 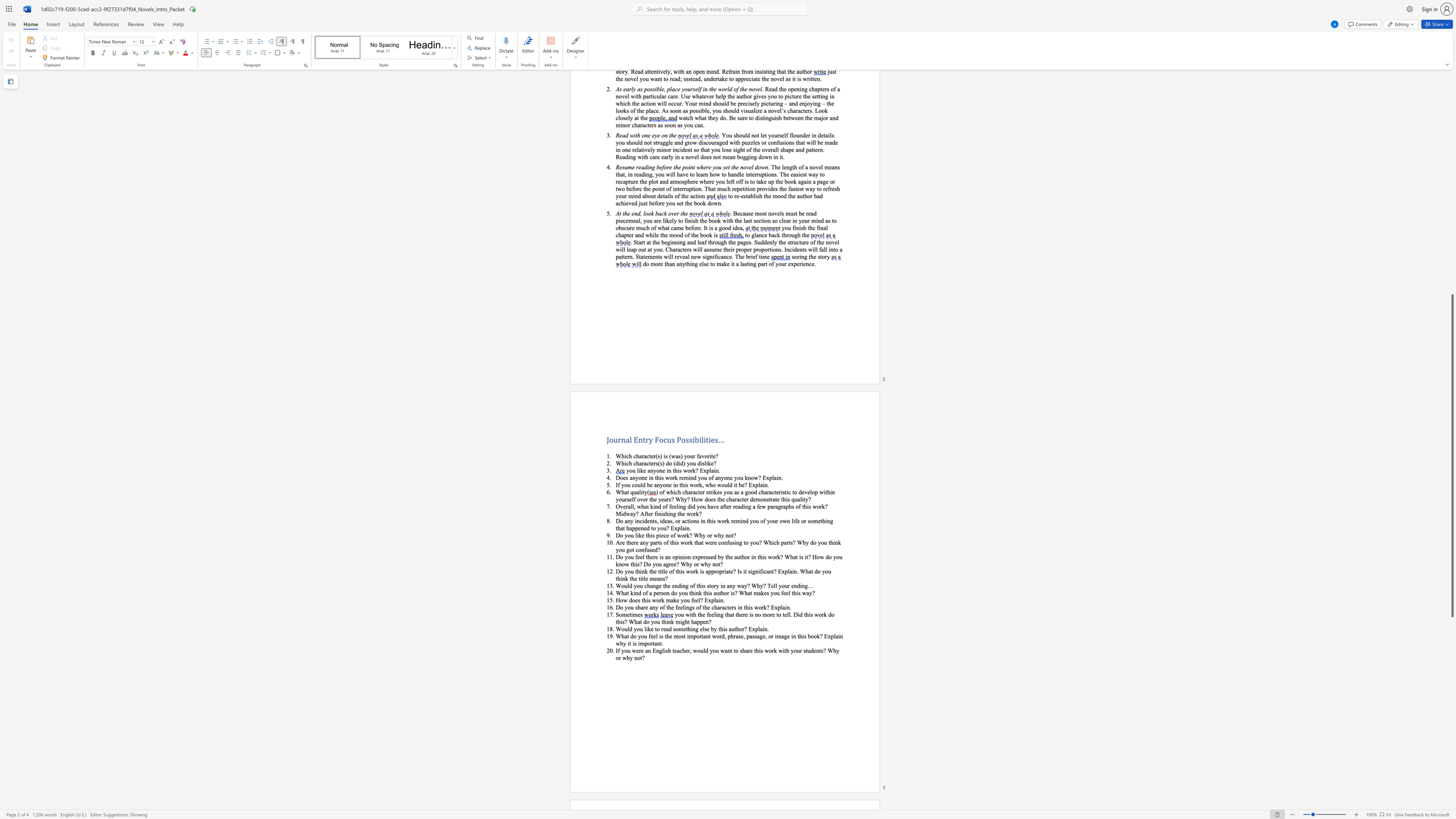 What do you see at coordinates (632, 491) in the screenshot?
I see `the 1th character "q" in the text` at bounding box center [632, 491].